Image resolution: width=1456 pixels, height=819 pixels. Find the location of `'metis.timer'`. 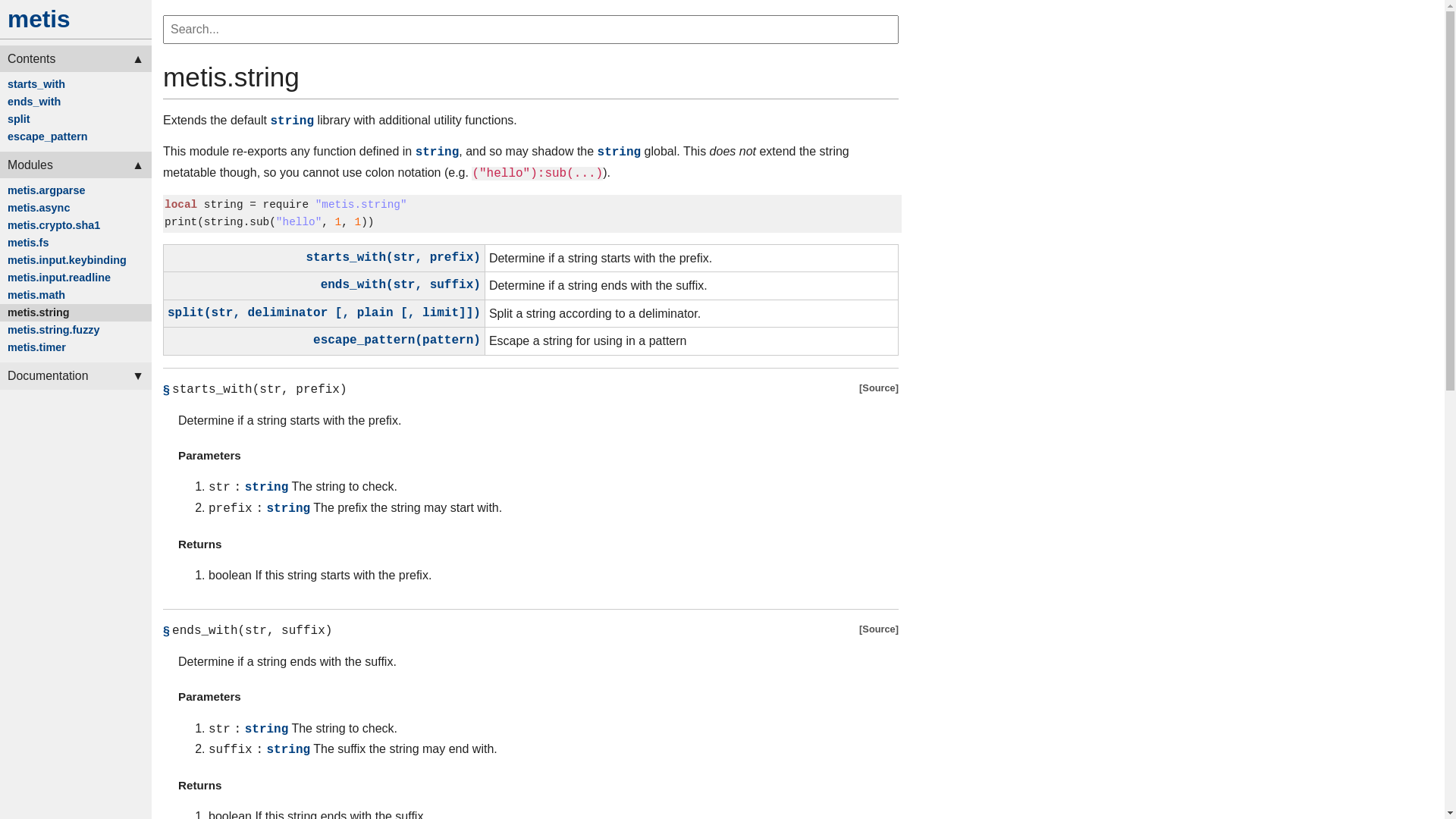

'metis.timer' is located at coordinates (75, 347).